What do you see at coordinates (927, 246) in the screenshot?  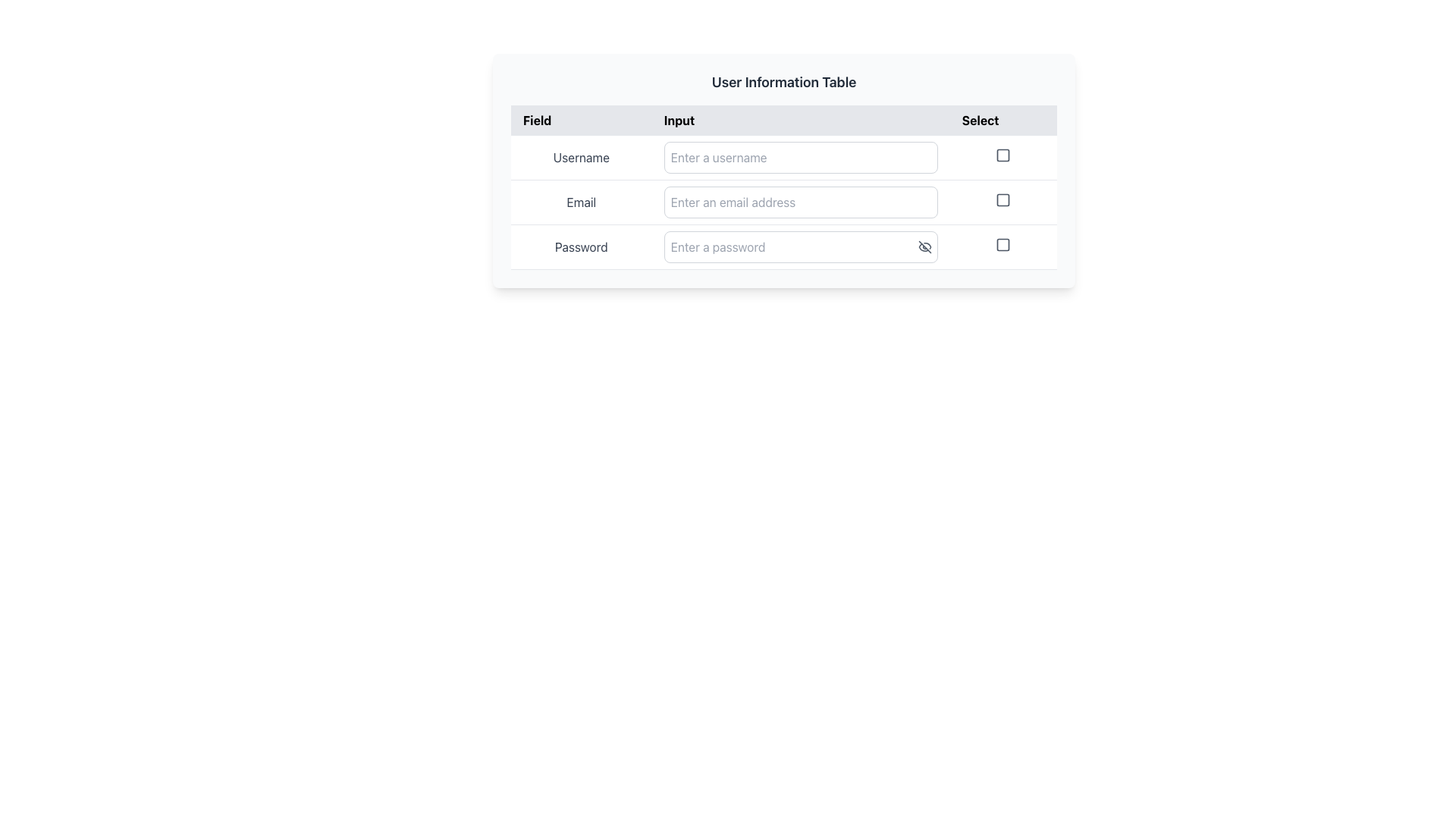 I see `the eye-slash icon button located at the far right of the 'Enter a password' input box in the 'Password' field of the 'User Information Table'` at bounding box center [927, 246].